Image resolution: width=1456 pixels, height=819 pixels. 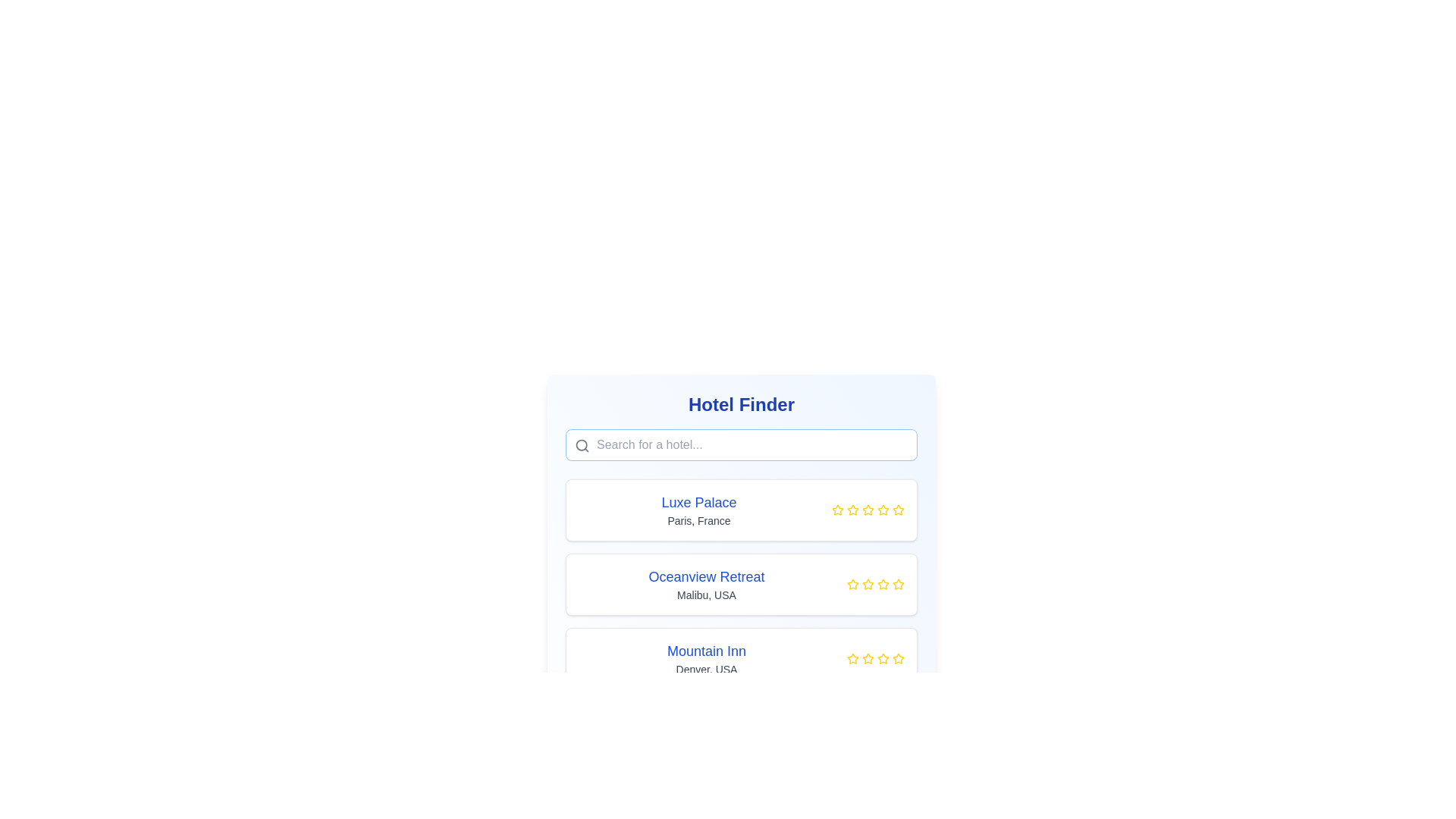 What do you see at coordinates (868, 657) in the screenshot?
I see `the second star in the star rating component for the 'Mountain Inn' hotel entry` at bounding box center [868, 657].